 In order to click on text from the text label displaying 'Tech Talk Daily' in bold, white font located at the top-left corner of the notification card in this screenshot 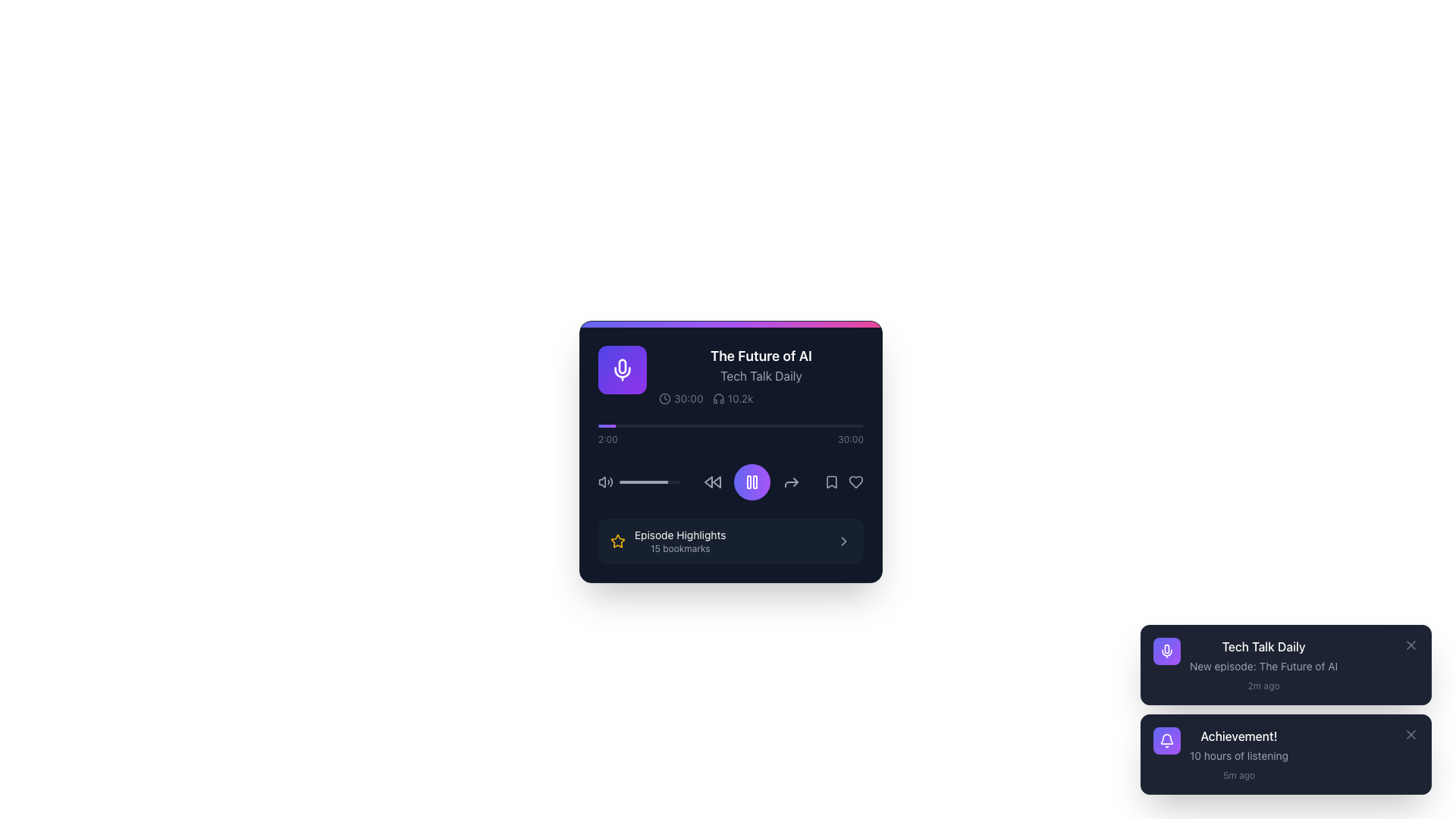, I will do `click(1263, 646)`.